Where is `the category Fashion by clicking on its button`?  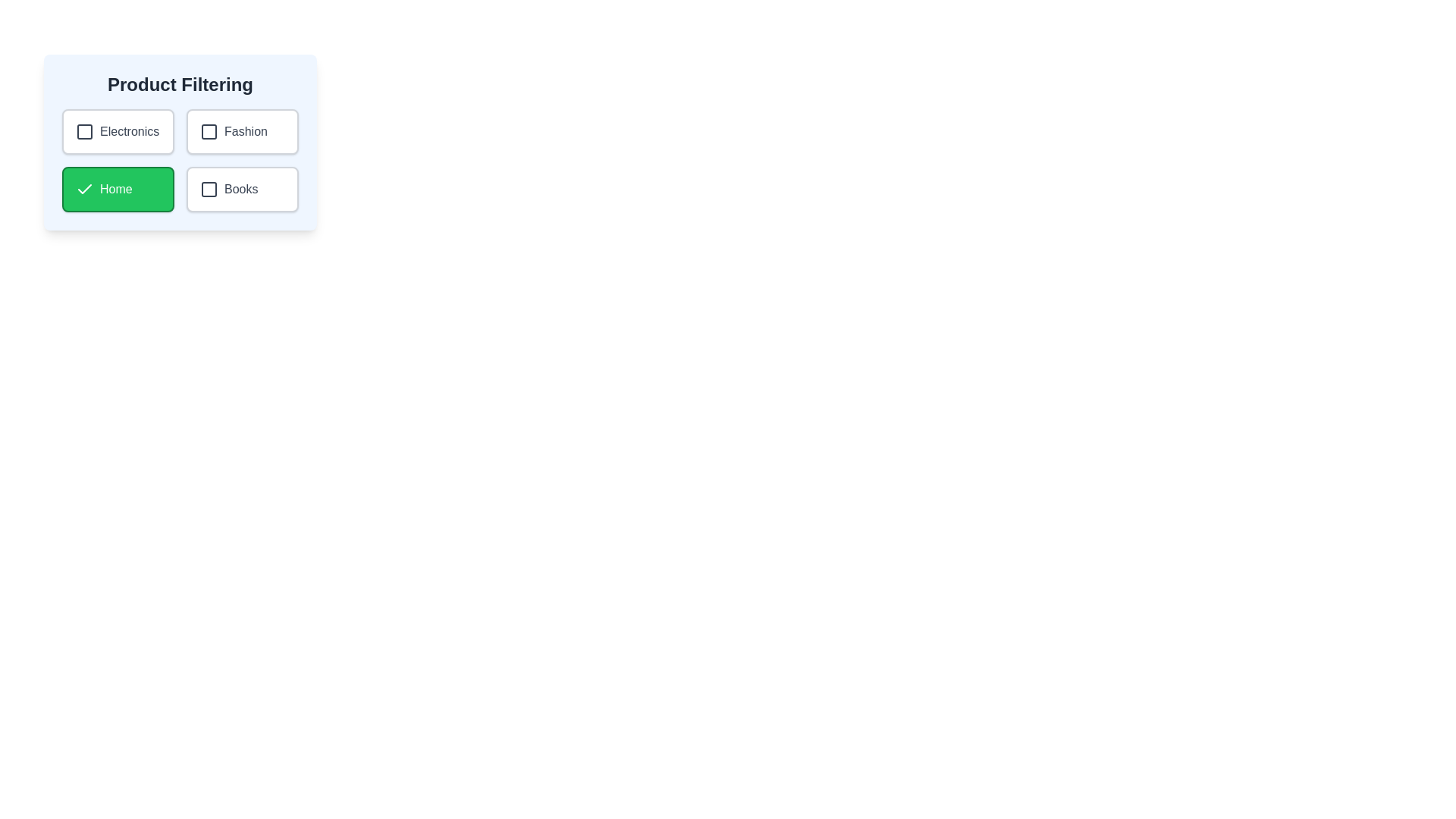 the category Fashion by clicking on its button is located at coordinates (243, 130).